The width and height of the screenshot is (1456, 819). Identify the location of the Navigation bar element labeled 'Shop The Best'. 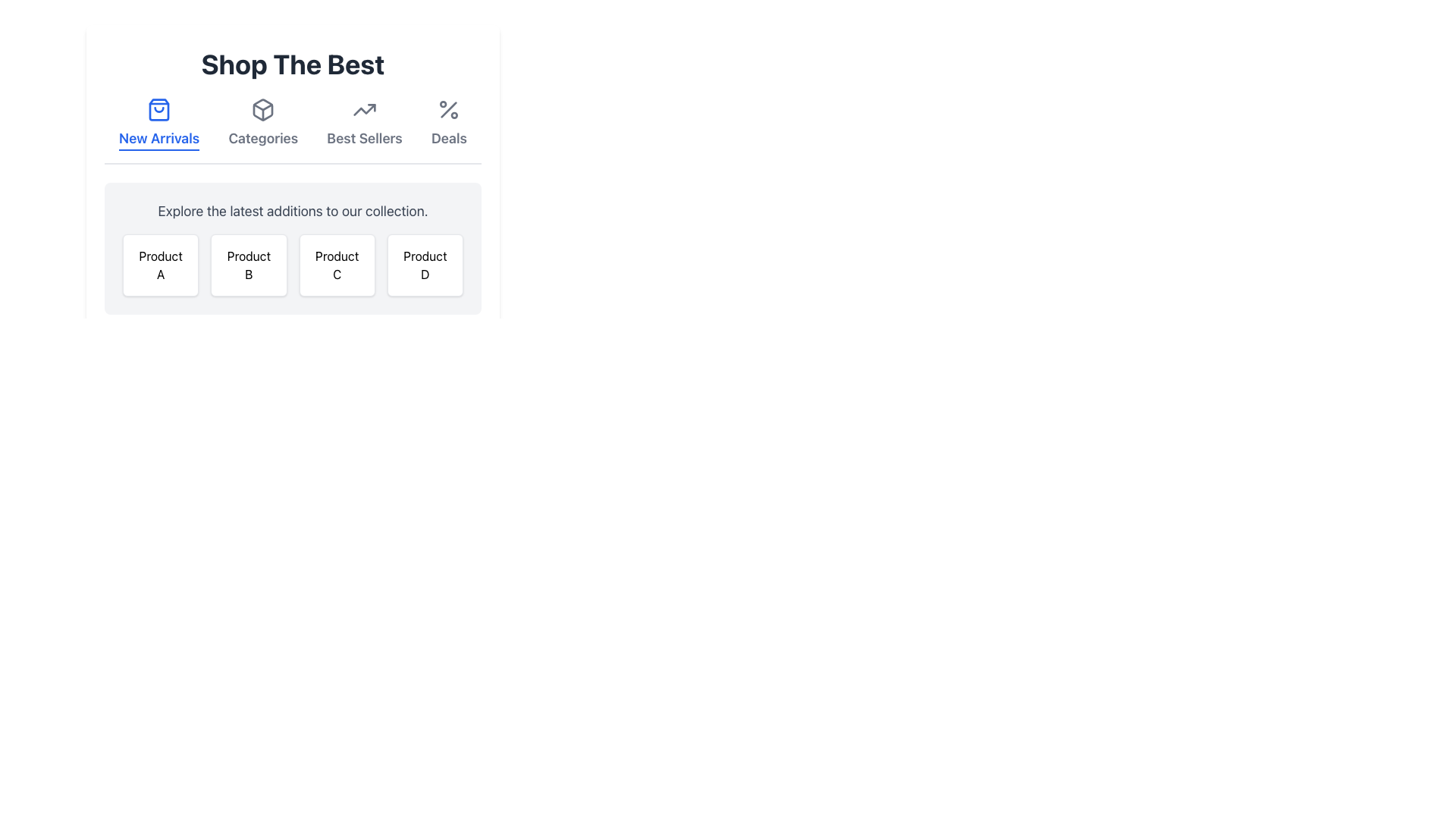
(293, 130).